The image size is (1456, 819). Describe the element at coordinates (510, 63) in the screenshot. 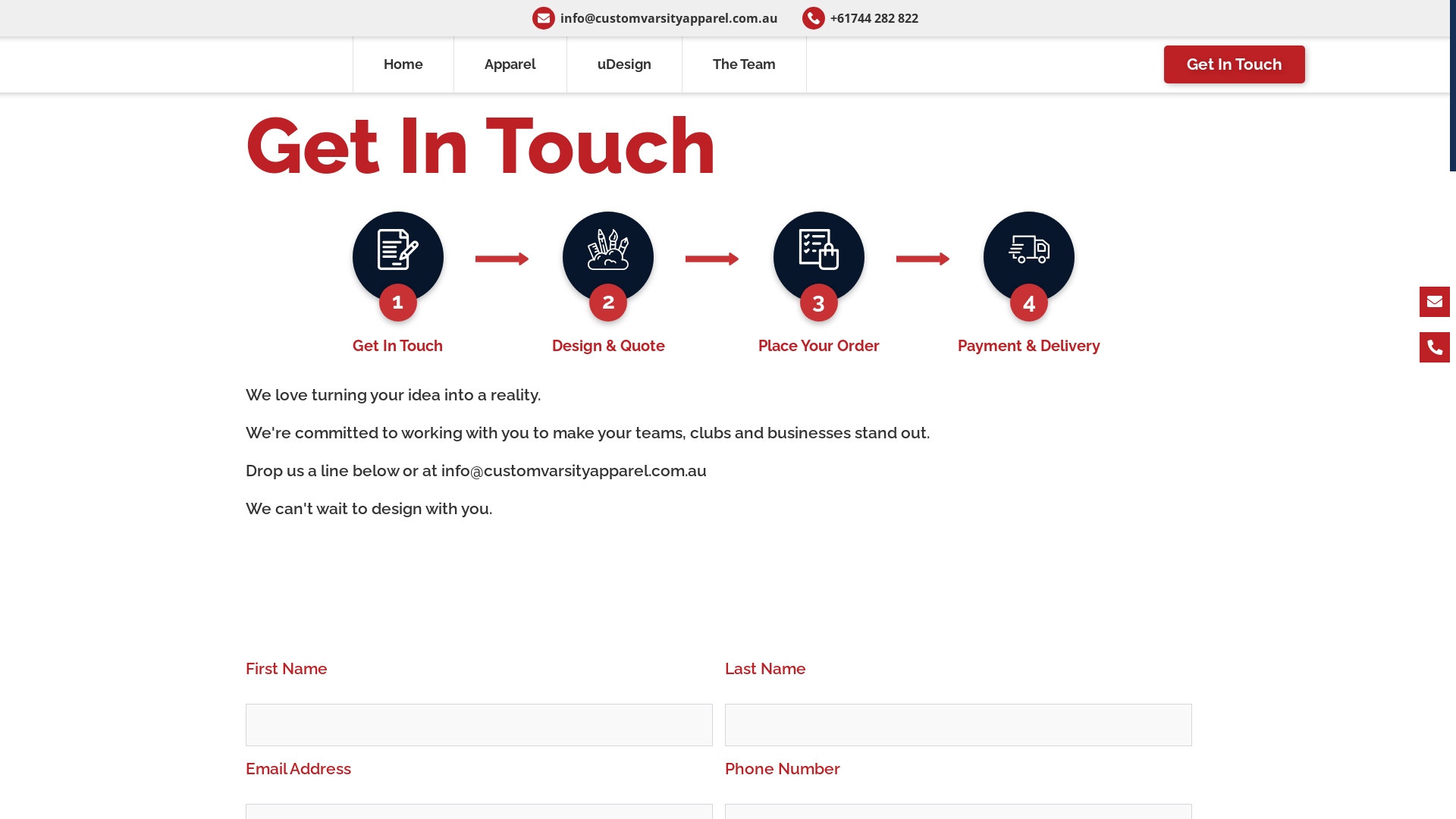

I see `'Apparel'` at that location.